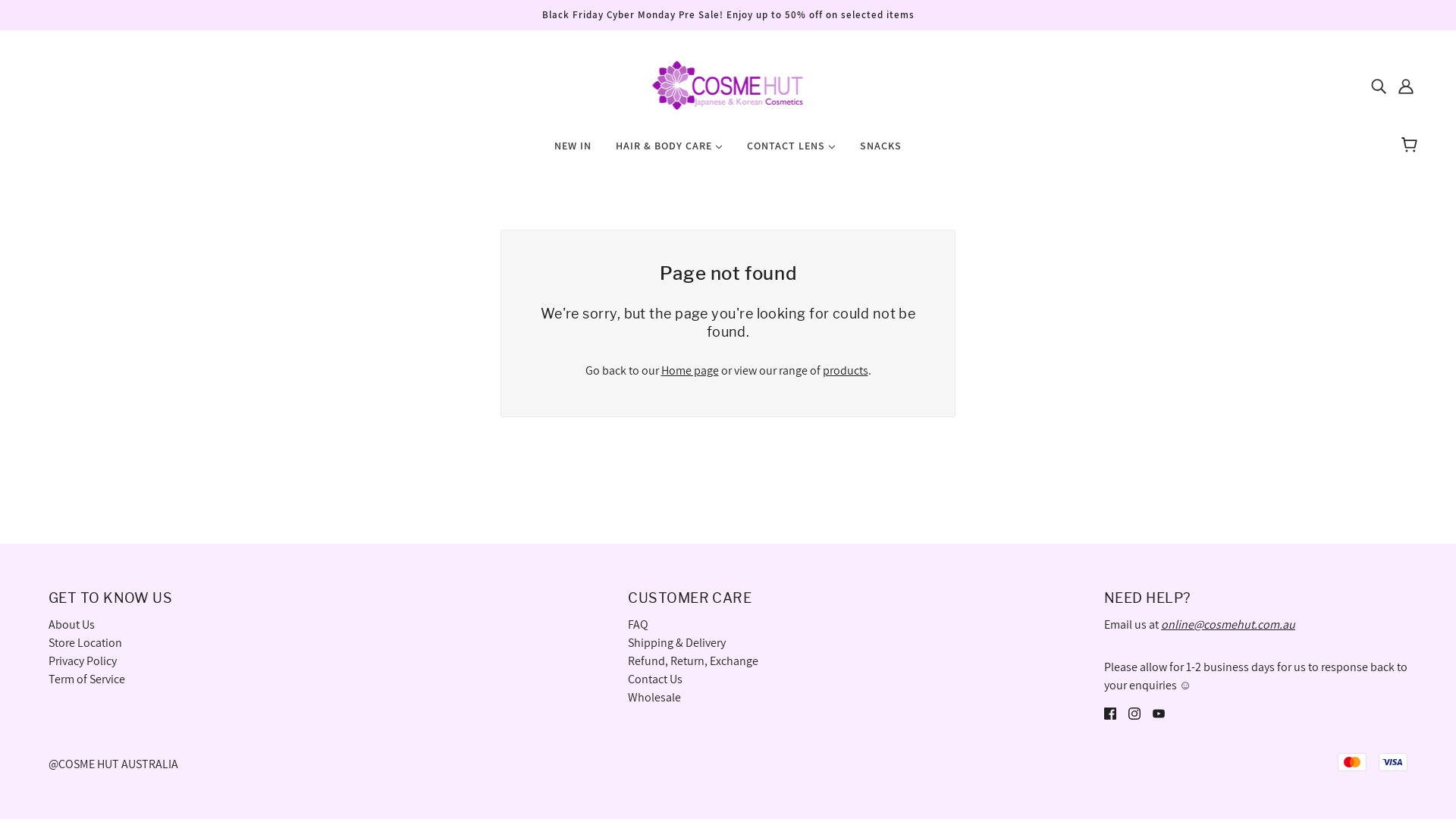 This screenshot has height=819, width=1456. Describe the element at coordinates (692, 660) in the screenshot. I see `'Refund, Return, Exchange'` at that location.